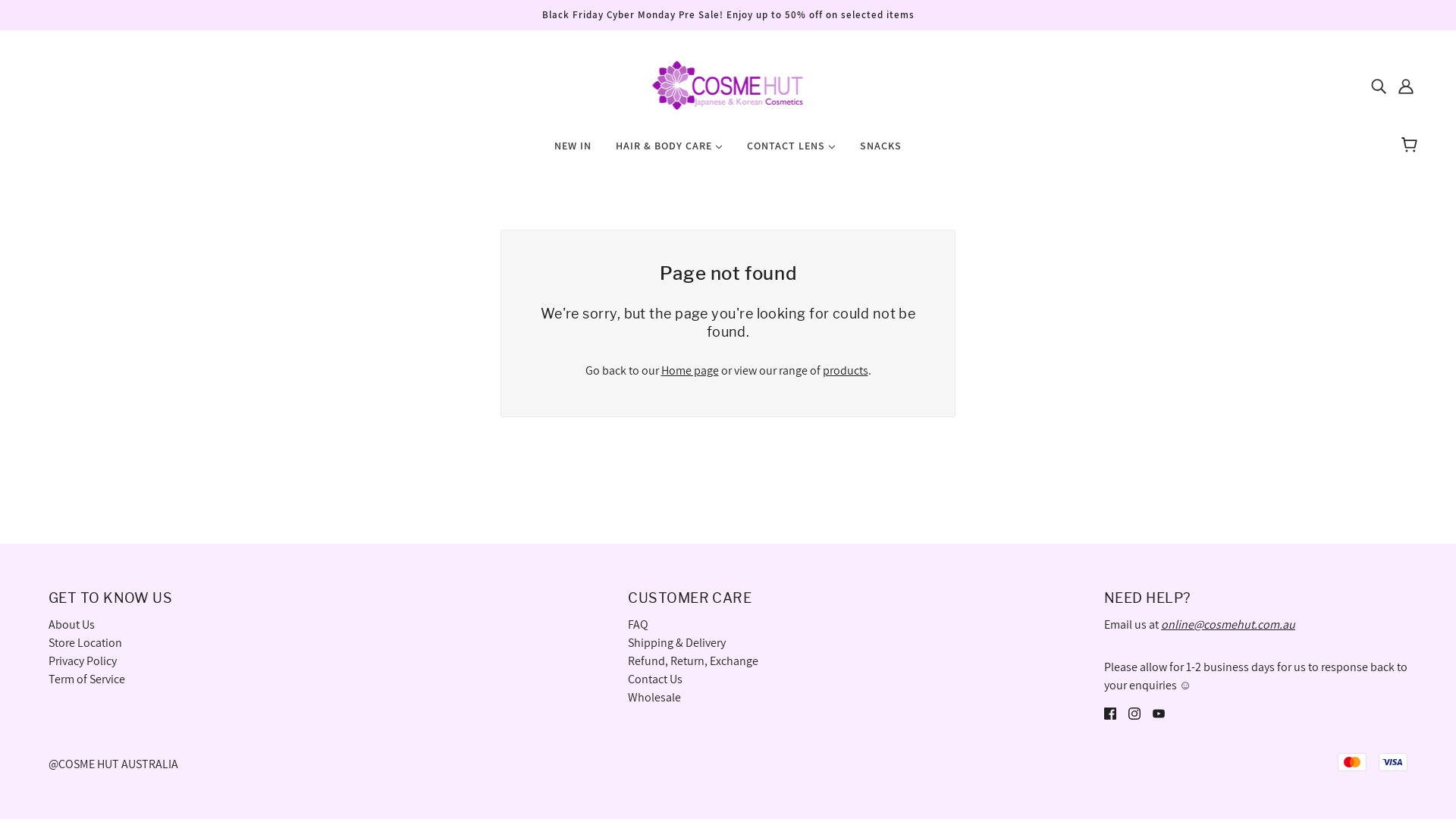 This screenshot has height=819, width=1456. Describe the element at coordinates (692, 660) in the screenshot. I see `'Refund, Return, Exchange'` at that location.